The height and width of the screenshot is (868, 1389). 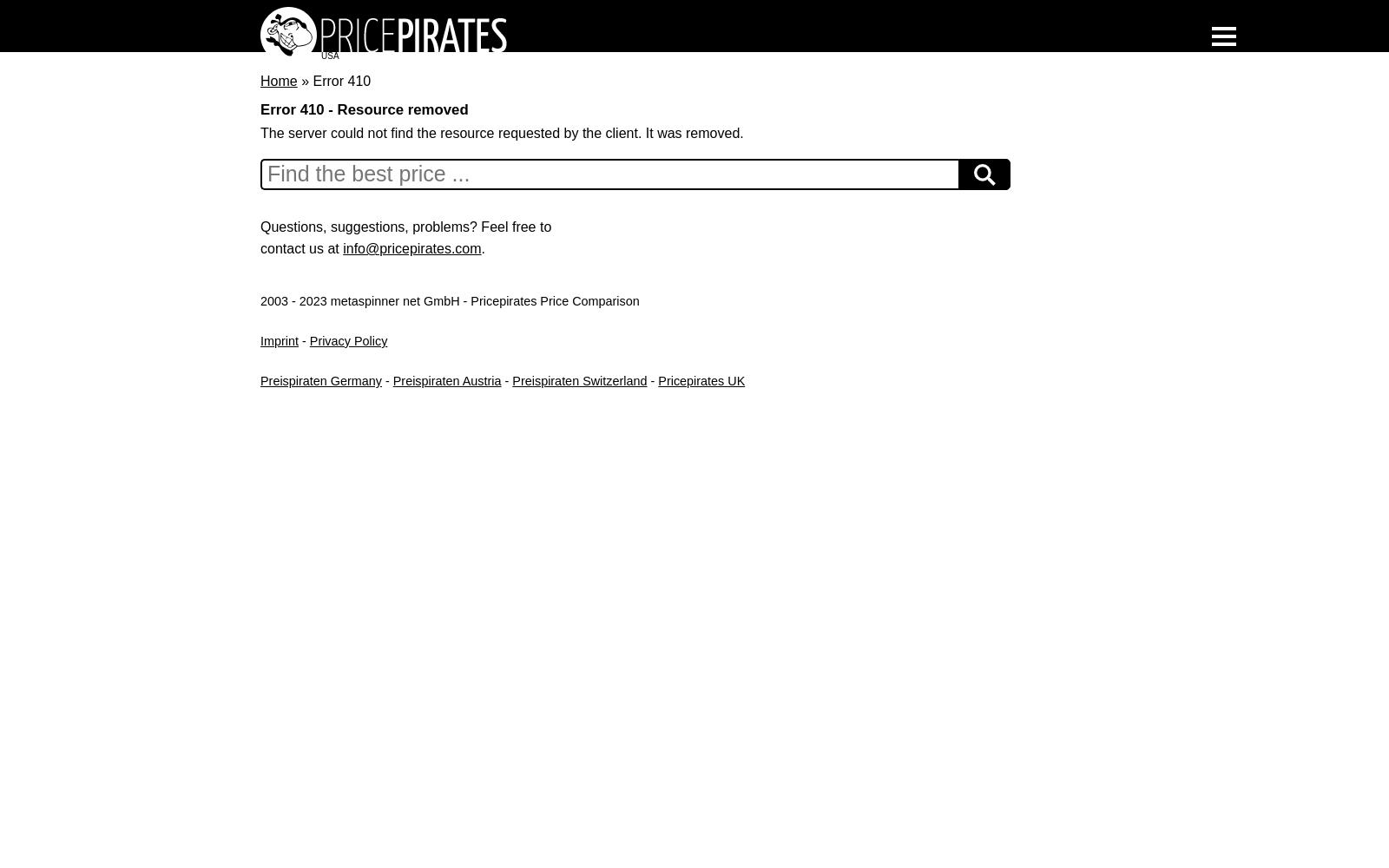 What do you see at coordinates (501, 133) in the screenshot?
I see `'The server could not find the resource requested by the client. It was removed.'` at bounding box center [501, 133].